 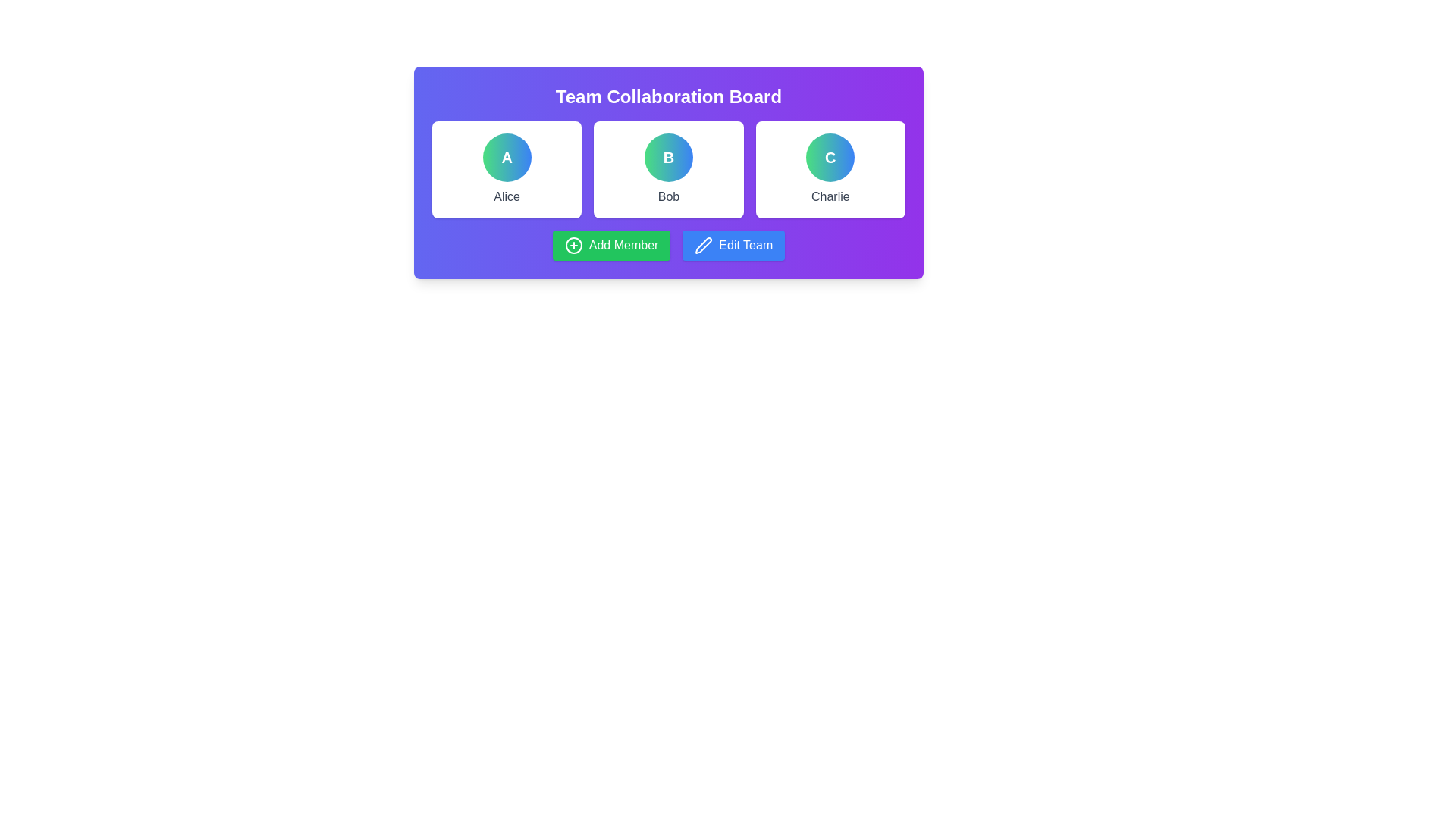 What do you see at coordinates (507, 169) in the screenshot?
I see `the User Profile Card displaying 'Alice', which features a gradient-filled circular badge with the letter 'A' in white bold text` at bounding box center [507, 169].